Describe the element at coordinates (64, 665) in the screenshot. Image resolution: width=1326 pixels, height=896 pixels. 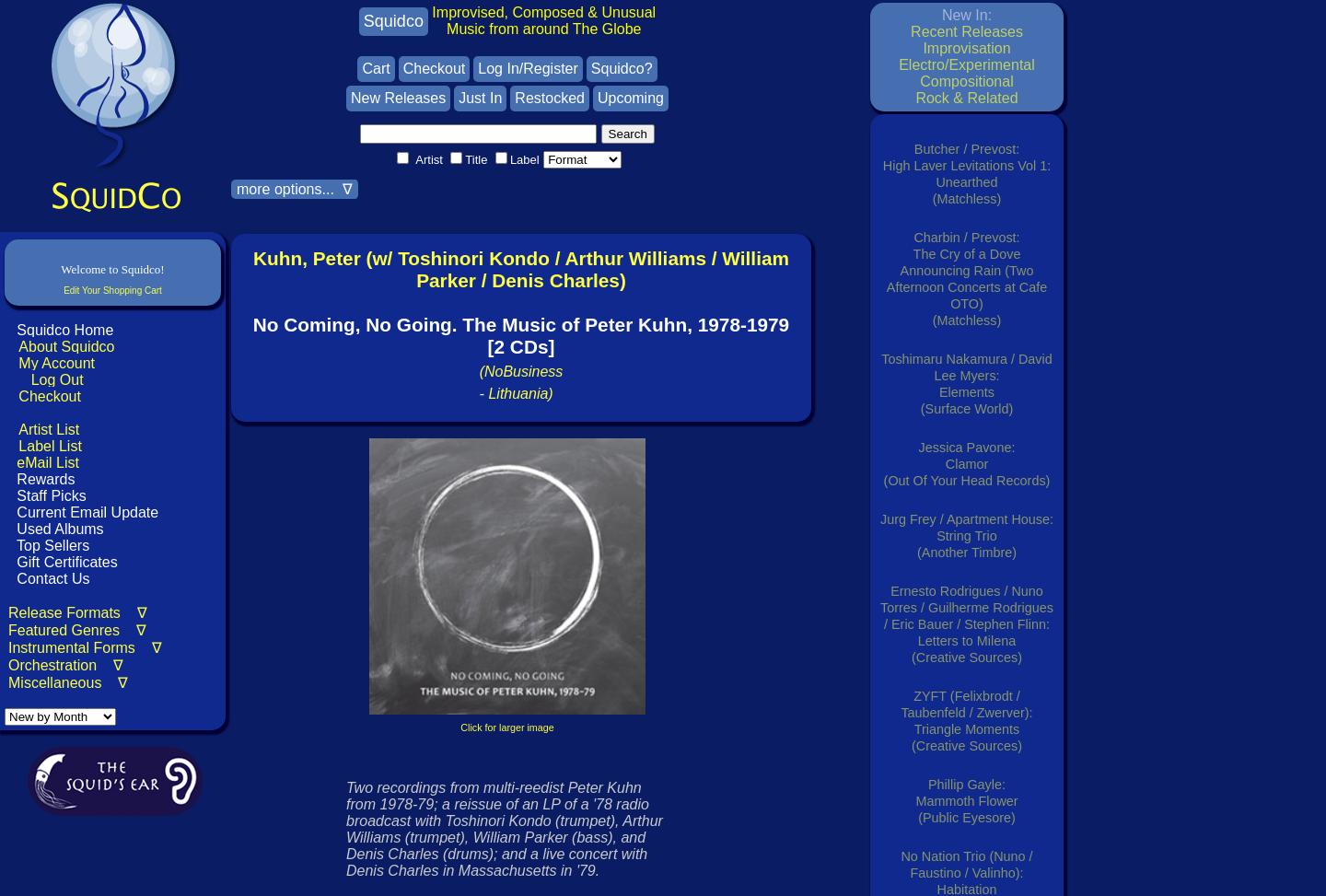
I see `'Orchestration    ∇'` at that location.